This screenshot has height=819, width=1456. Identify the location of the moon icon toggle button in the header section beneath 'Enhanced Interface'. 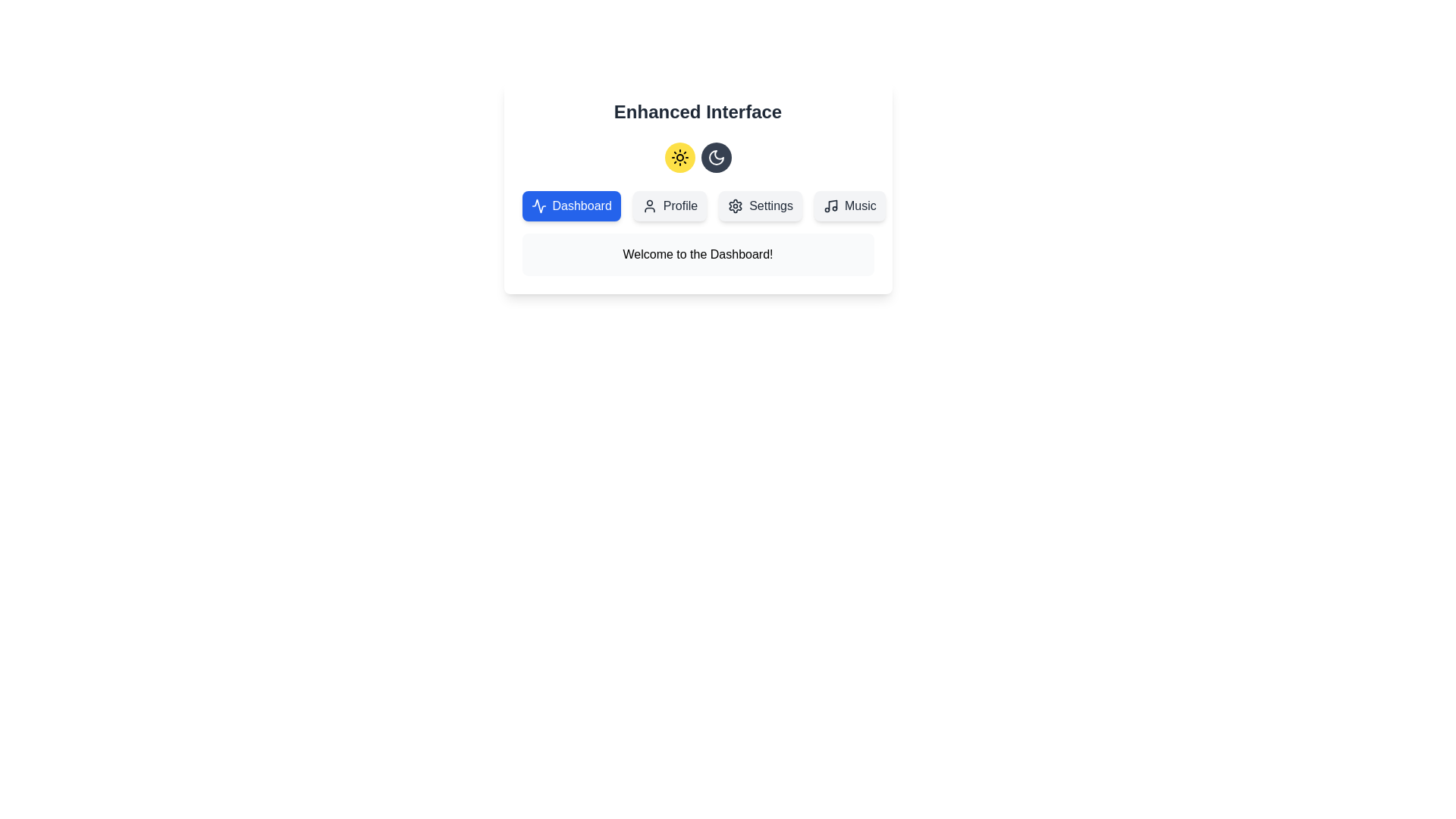
(715, 158).